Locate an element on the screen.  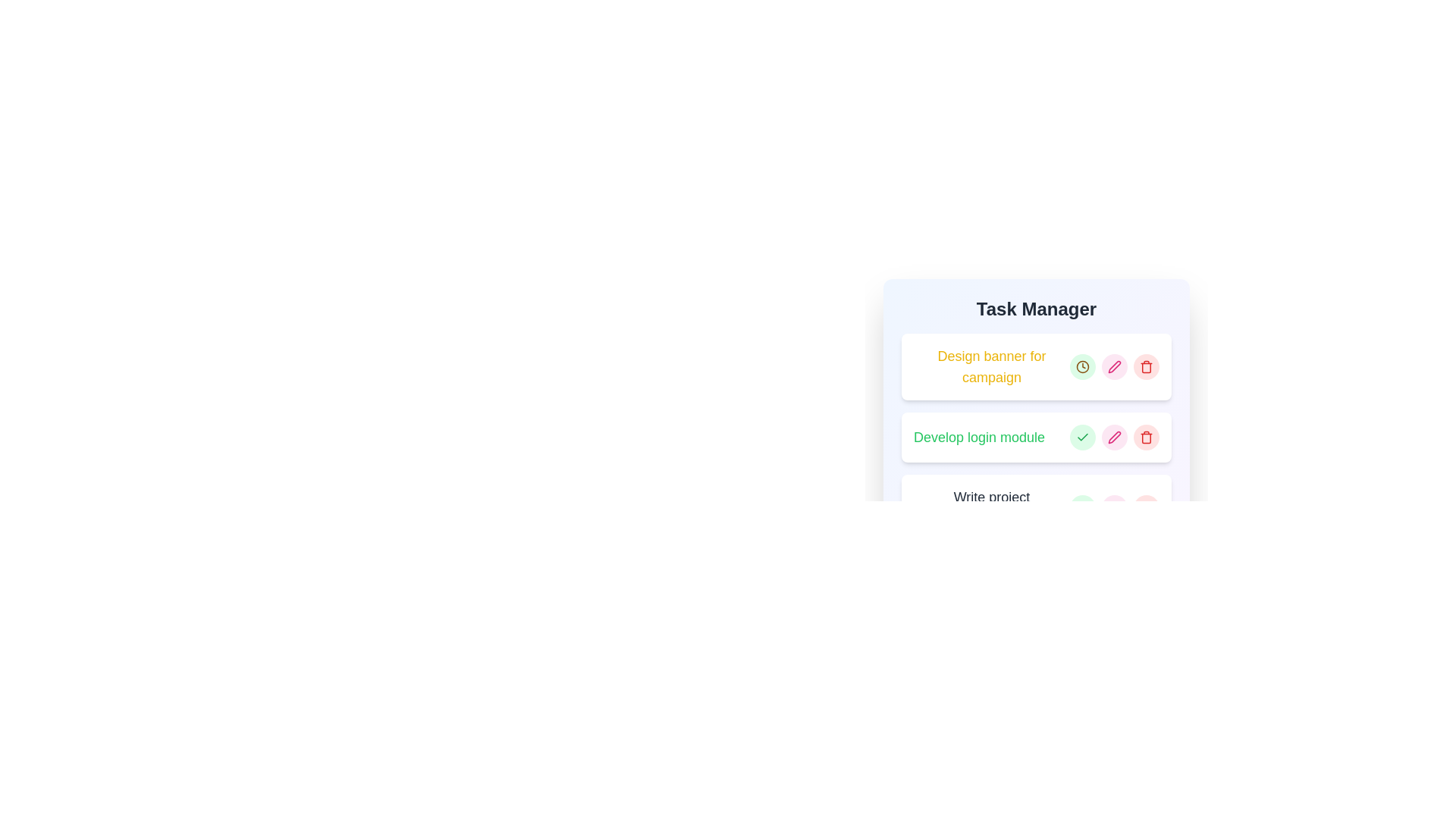
the pen-shaped icon button with a pink color located within a circular pink background in the 'Develop login module' task row is located at coordinates (1114, 366).